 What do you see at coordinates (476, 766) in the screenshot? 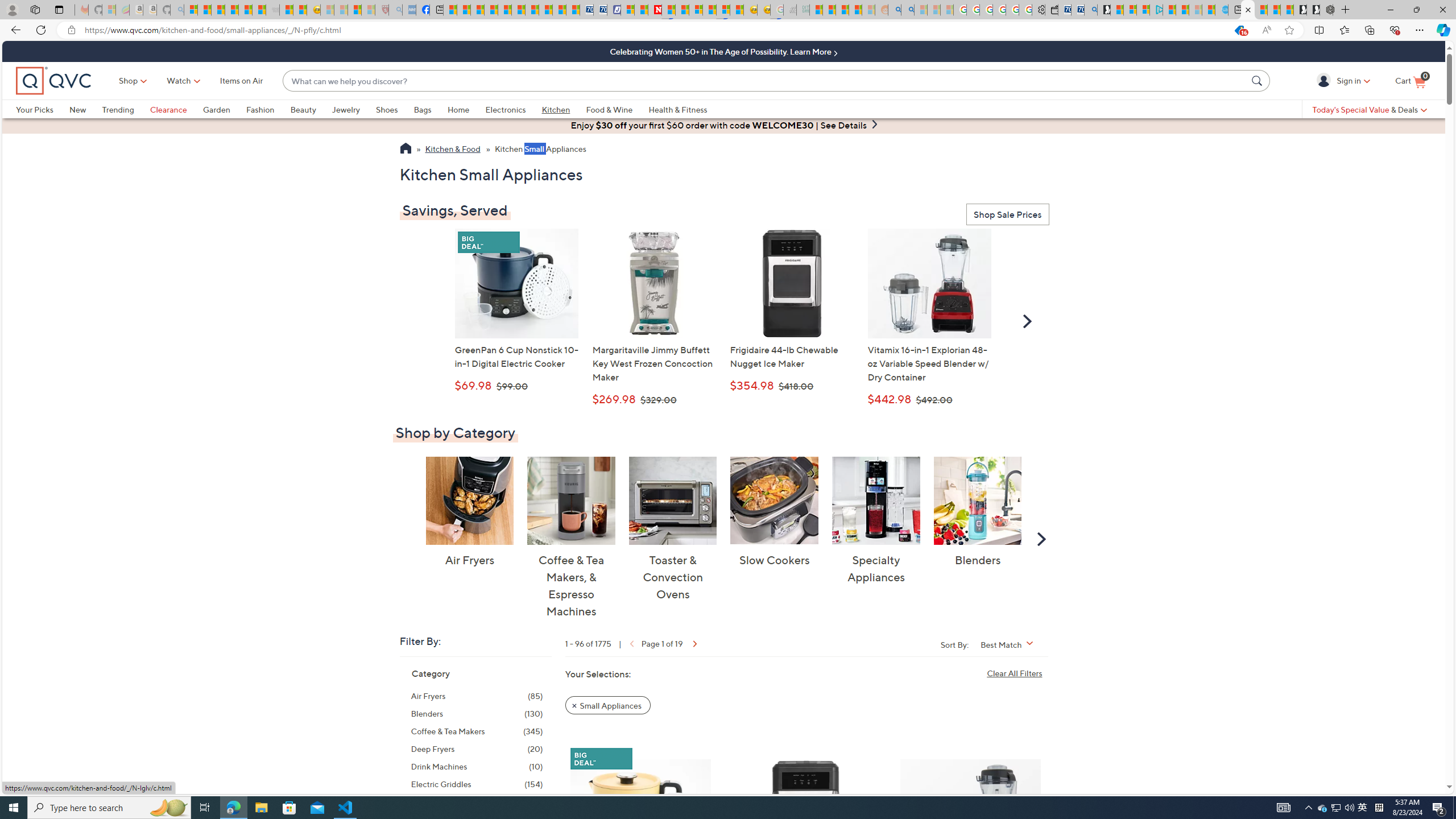
I see `'Drink Machines, 10 items'` at bounding box center [476, 766].